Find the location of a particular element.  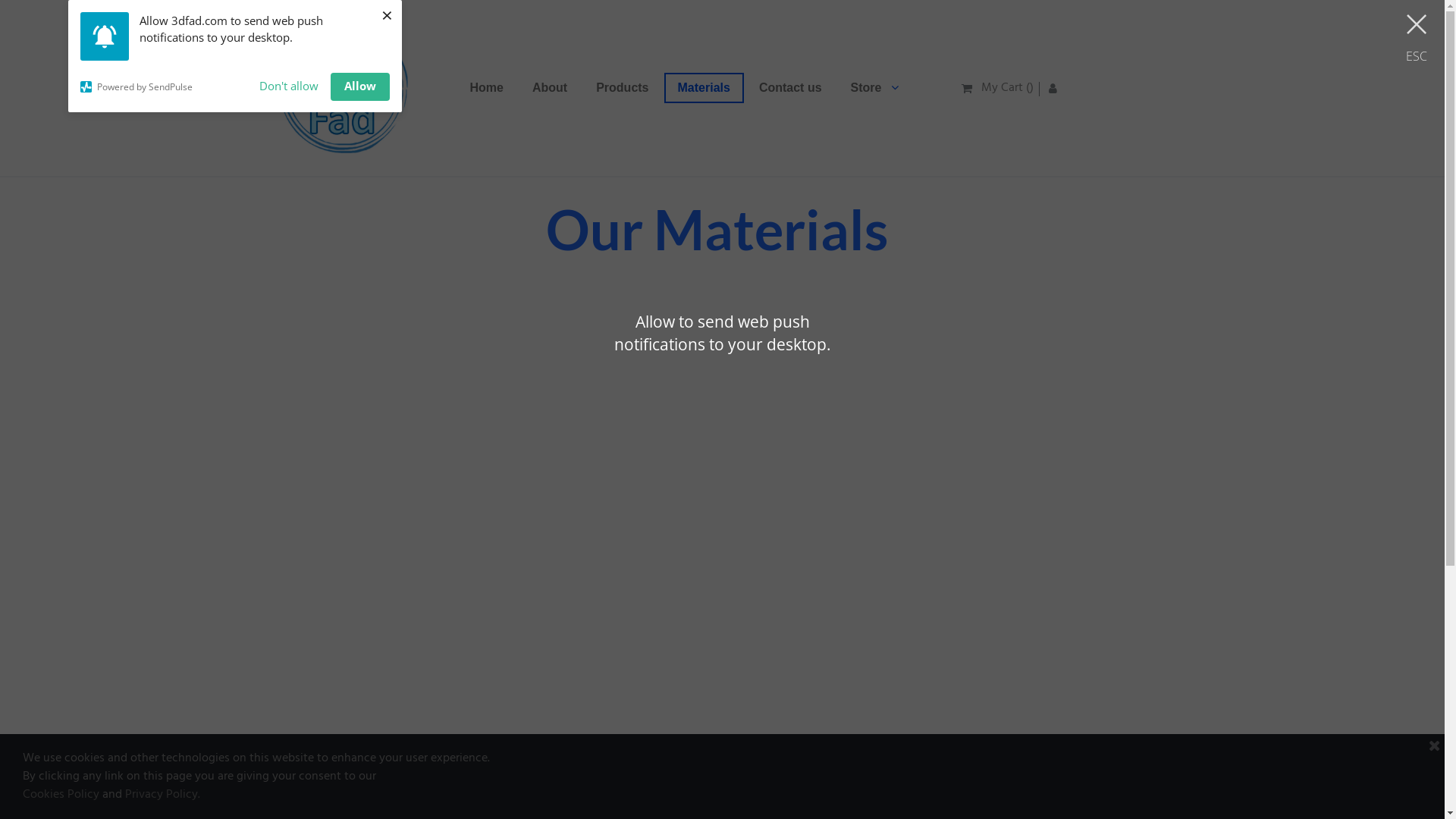

'Contact us' is located at coordinates (745, 87).